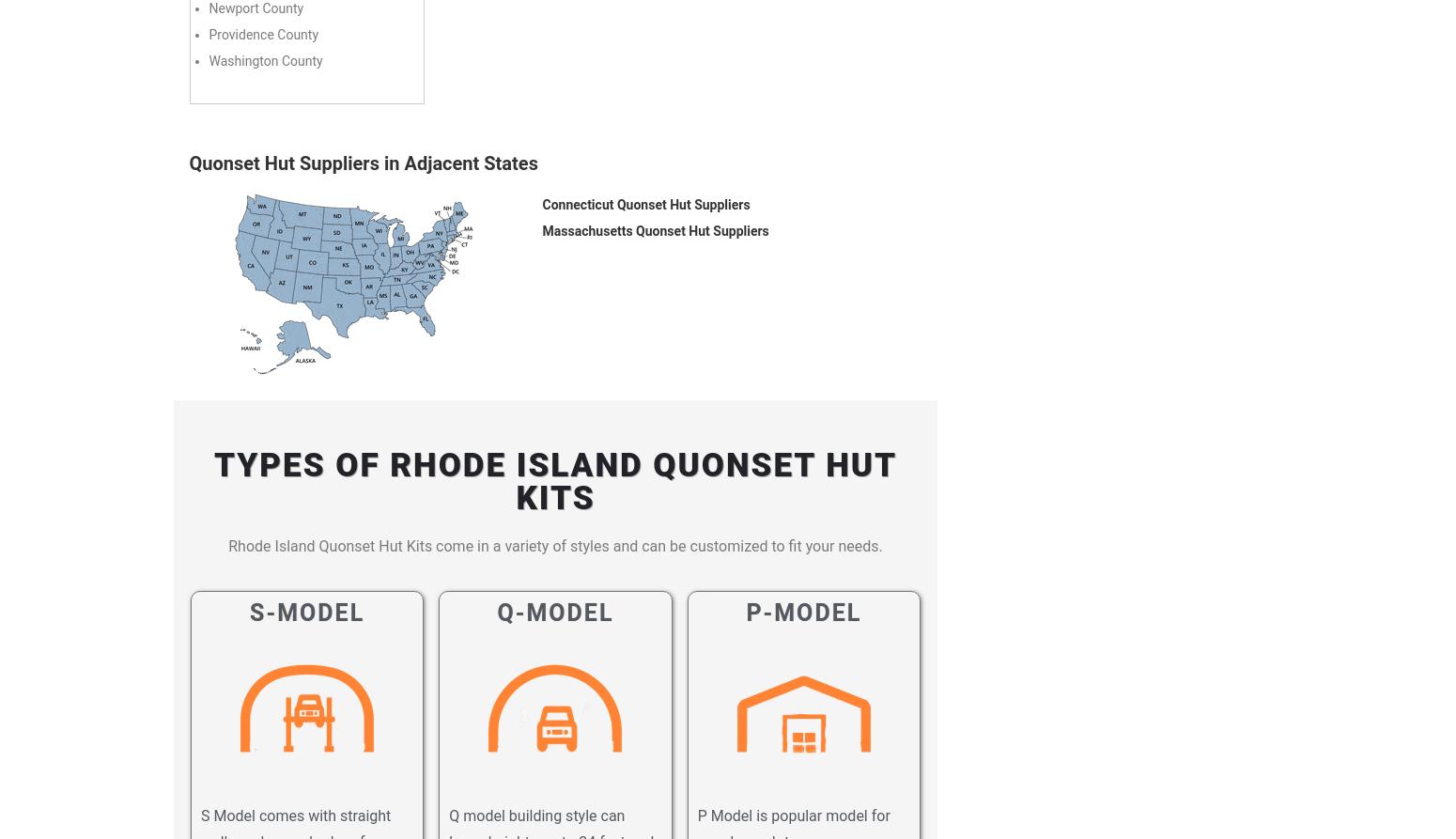 Image resolution: width=1456 pixels, height=839 pixels. I want to click on 'Newport County', so click(256, 8).